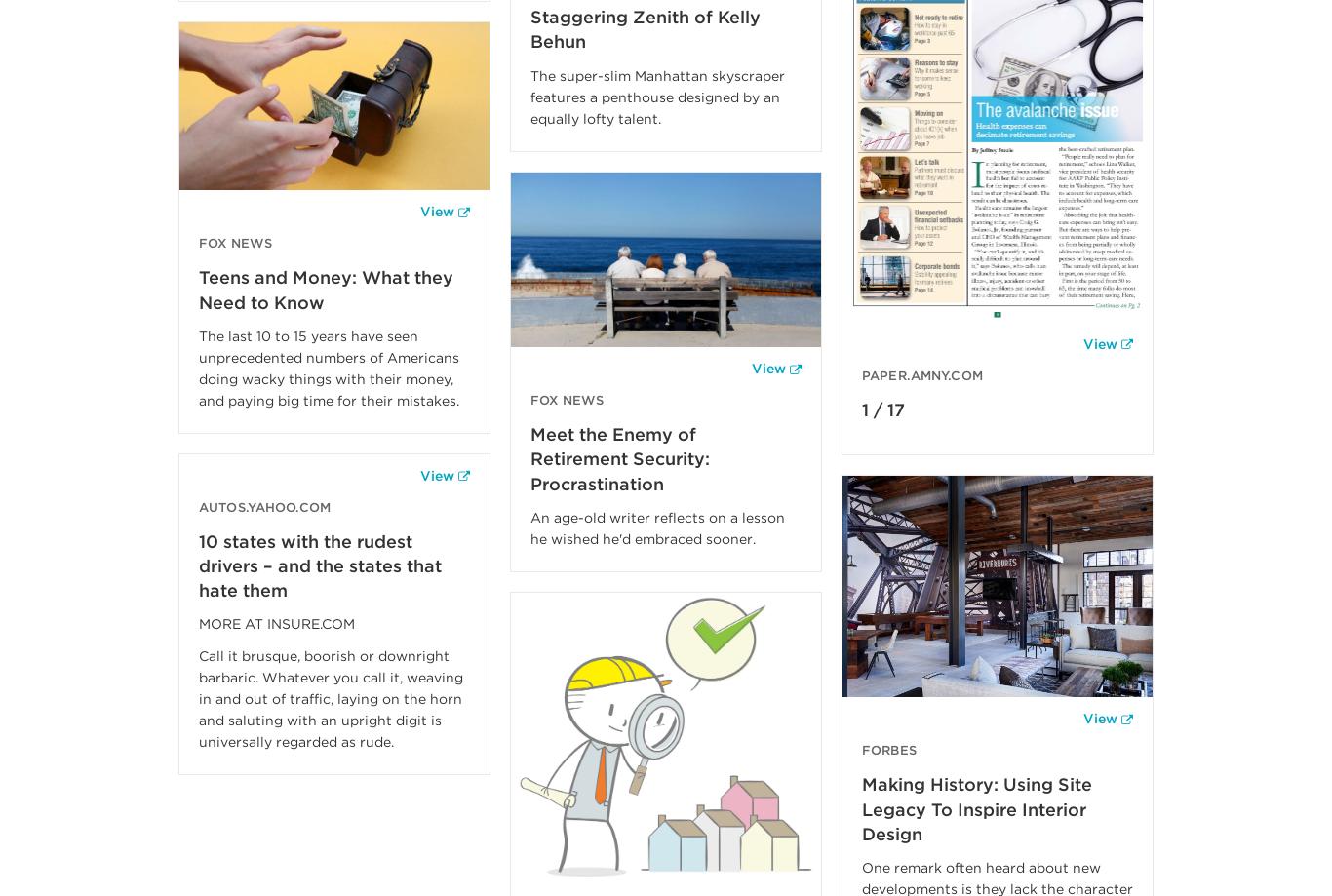  I want to click on 'The last 10 to 15 years have seen unprecedented numbers of Americans doing wacky things with their money, and paying big time for their mistakes.', so click(329, 367).